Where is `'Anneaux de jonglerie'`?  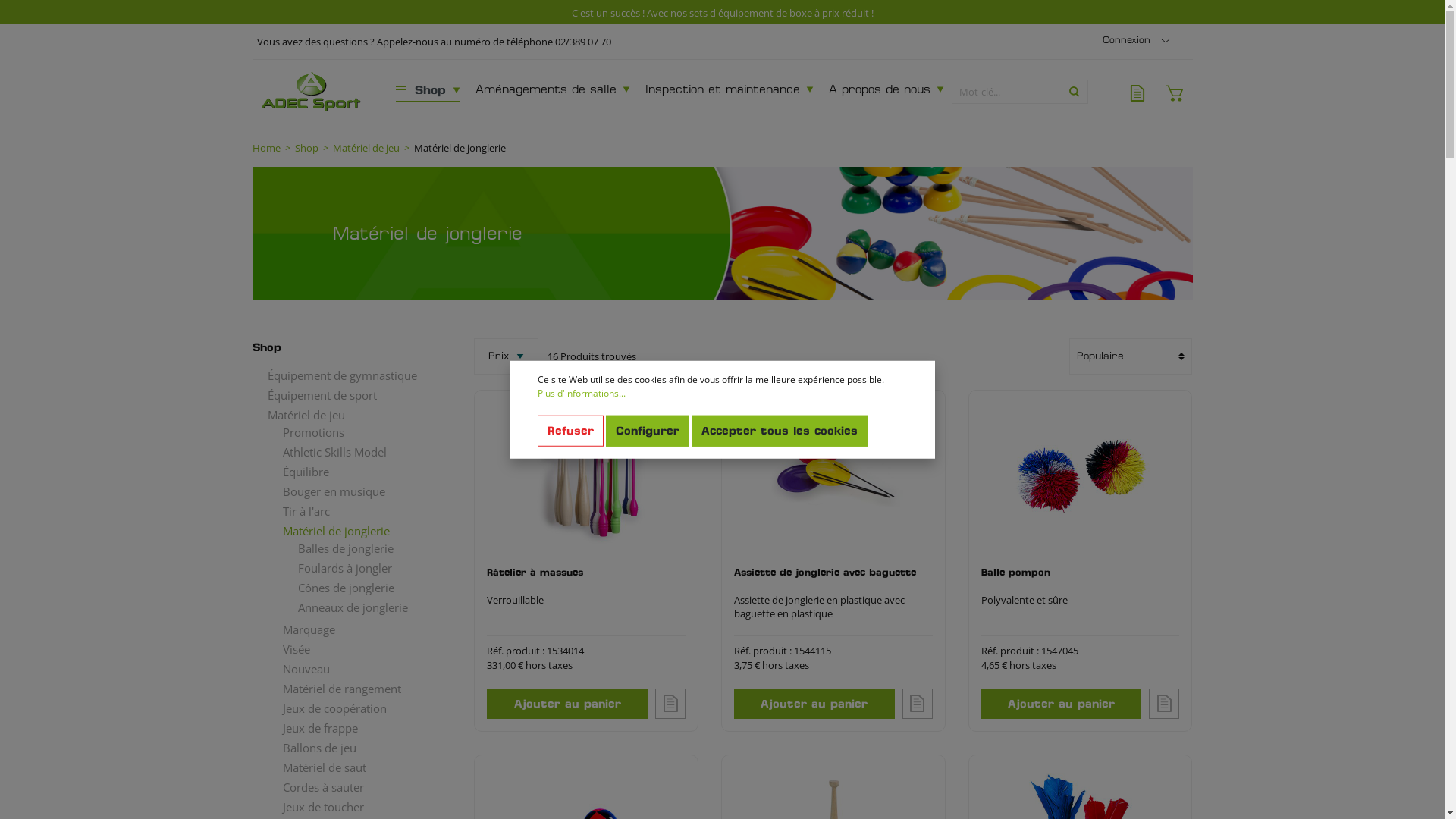 'Anneaux de jonglerie' is located at coordinates (362, 605).